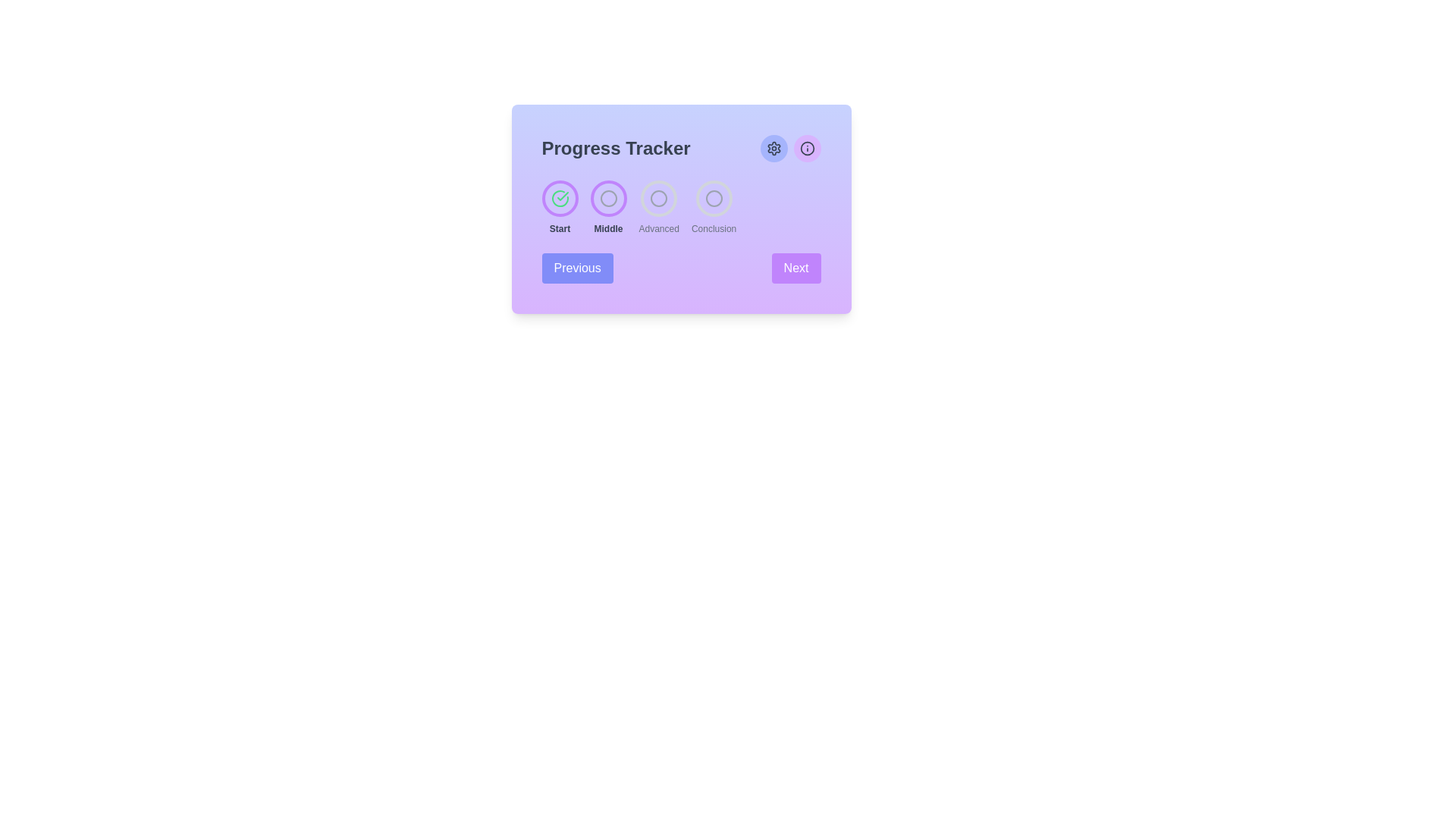  Describe the element at coordinates (713, 198) in the screenshot. I see `the fourth circular progress marker in a series of step indicators, which is styled as a hollow circle and positioned next to the 'Conclusion' label` at that location.